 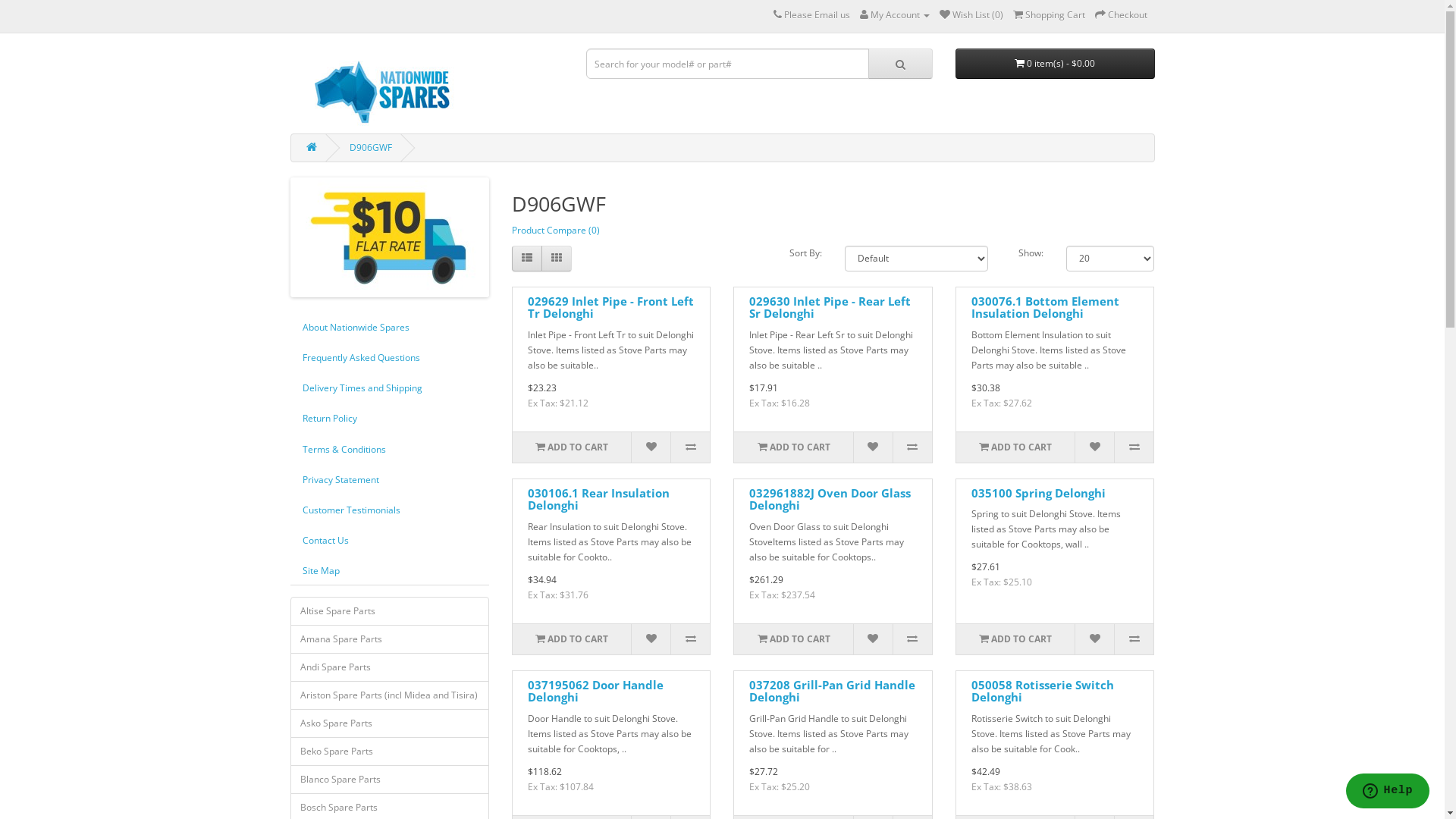 What do you see at coordinates (348, 147) in the screenshot?
I see `'D906GWF'` at bounding box center [348, 147].